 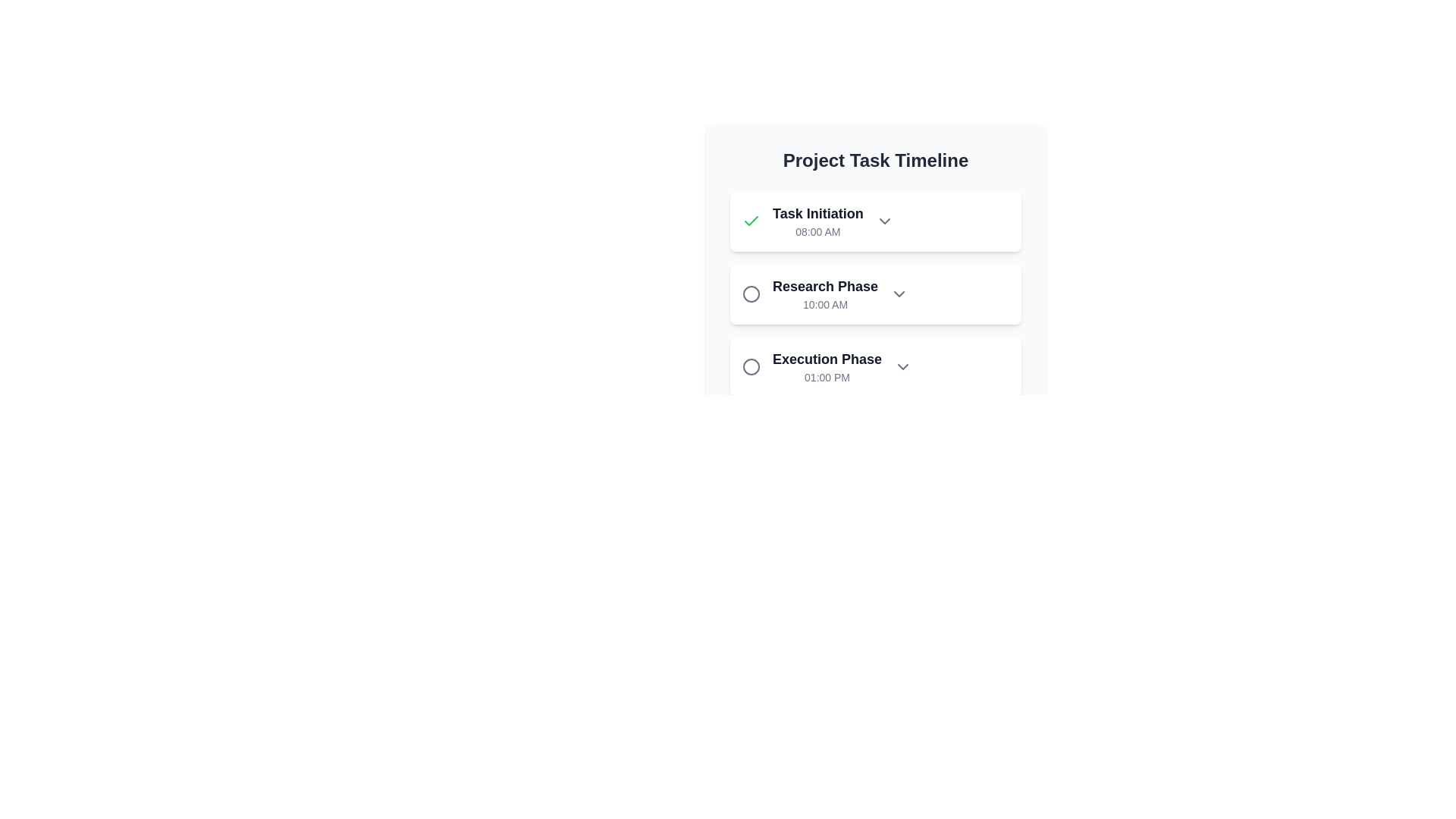 What do you see at coordinates (876, 294) in the screenshot?
I see `the second task item in the 'Project Task Timeline' list, which is positioned beneath 'Task Initiation'` at bounding box center [876, 294].